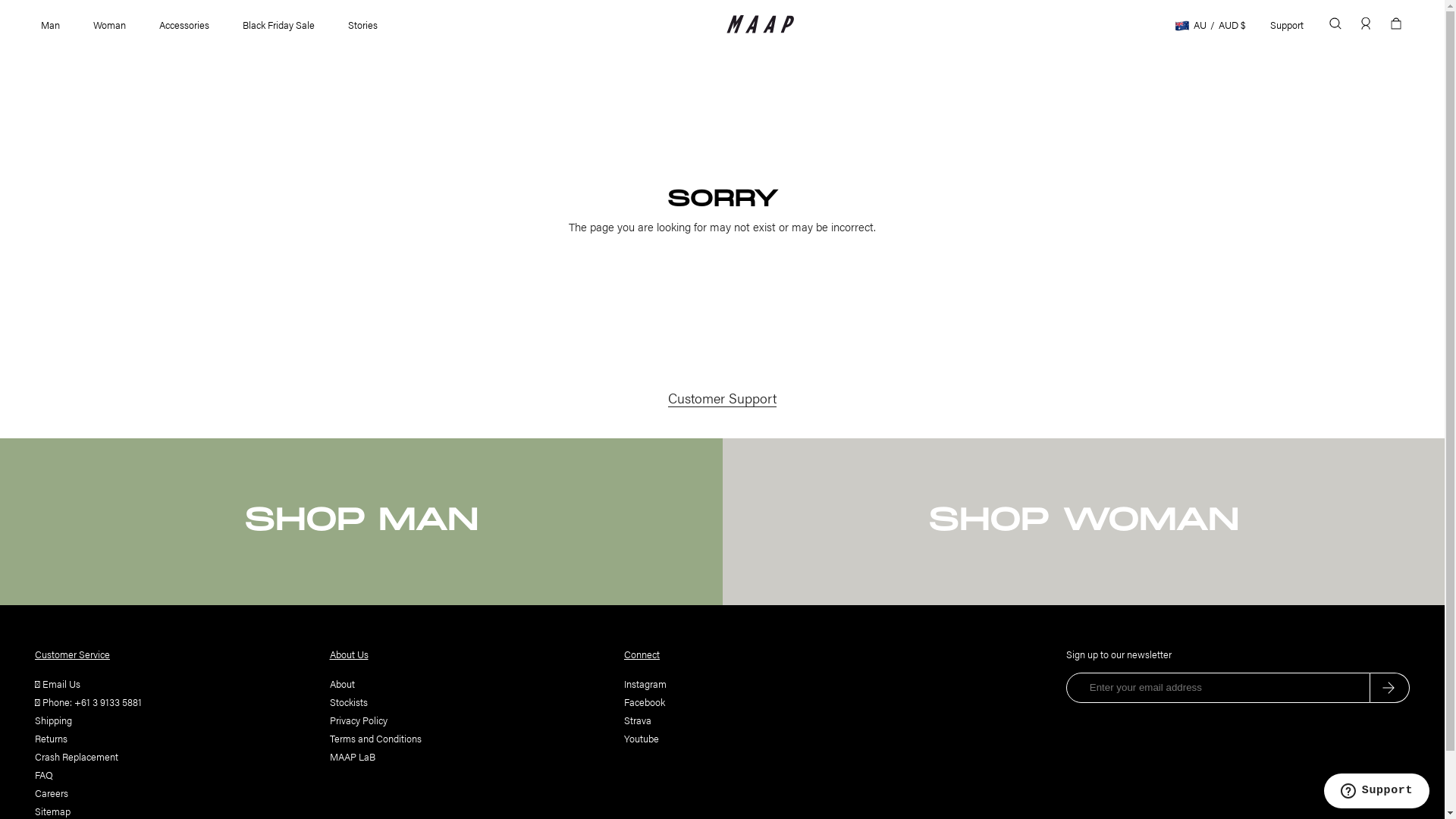  What do you see at coordinates (644, 701) in the screenshot?
I see `'Facebook'` at bounding box center [644, 701].